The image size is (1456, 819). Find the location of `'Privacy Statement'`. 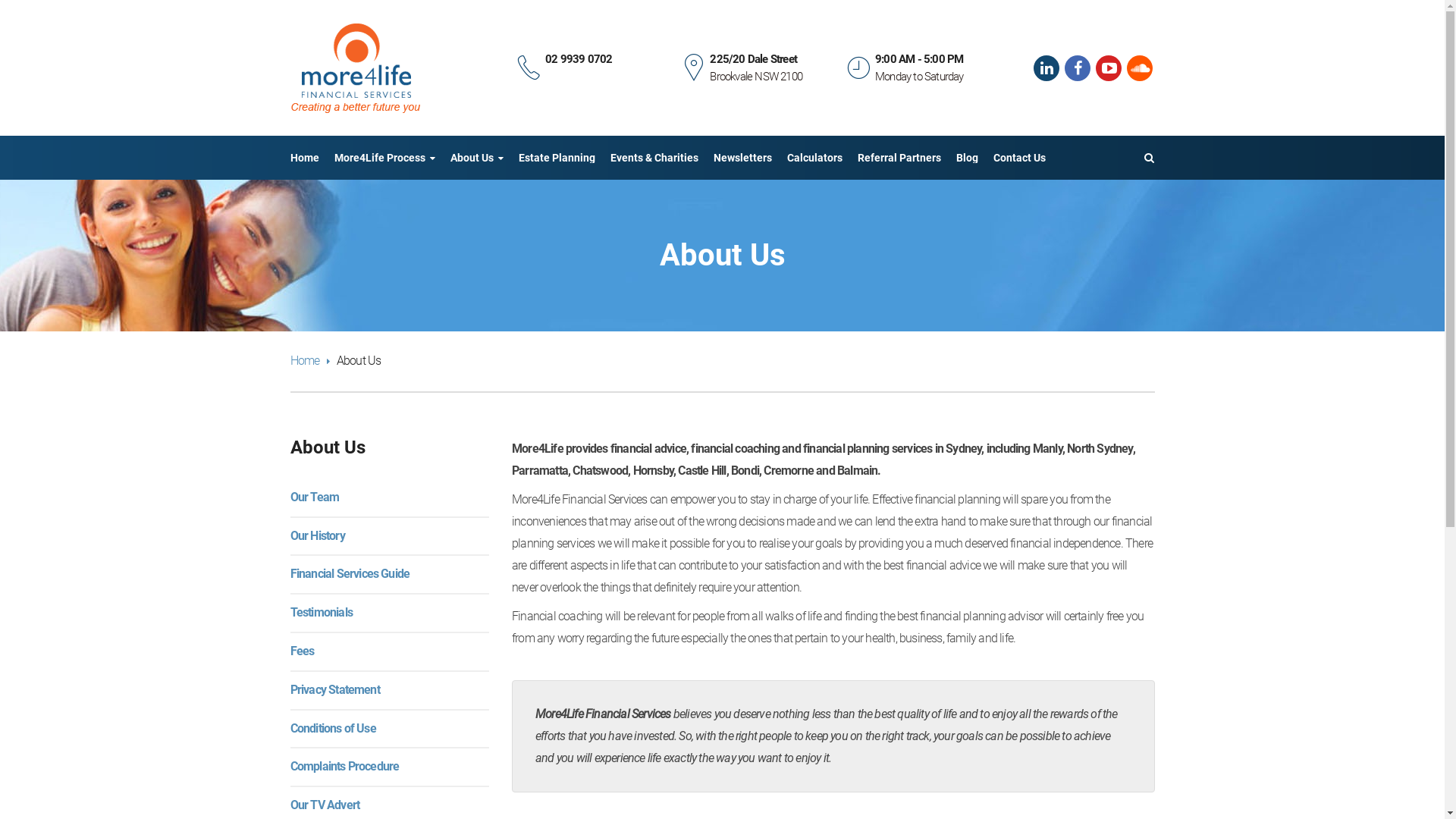

'Privacy Statement' is located at coordinates (290, 689).